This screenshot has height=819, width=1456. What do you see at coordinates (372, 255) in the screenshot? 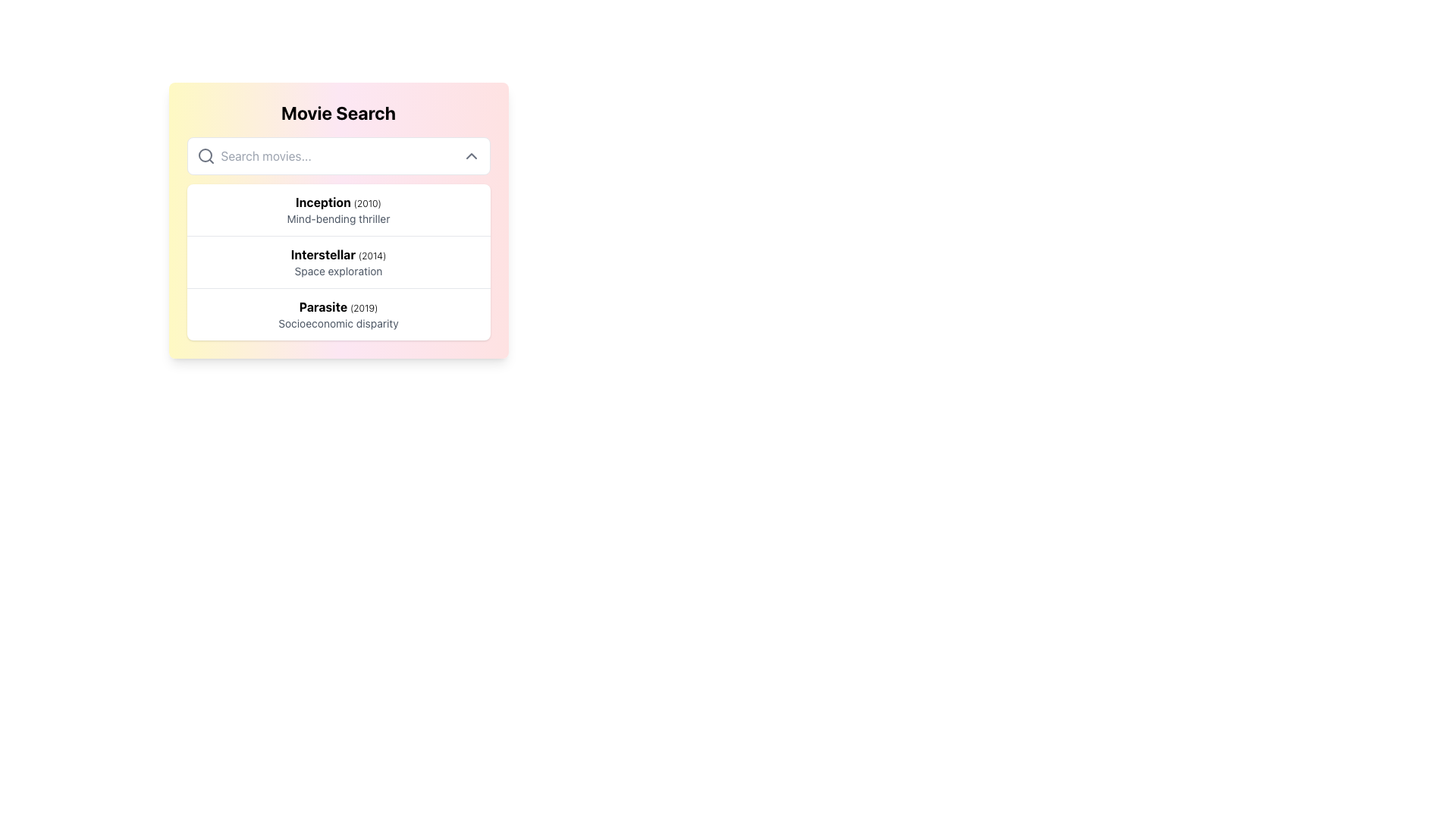
I see `the small text element displaying '(2014)' located to the right of the title 'Interstellar' in the second movie entry of the list under 'Movie Search'` at bounding box center [372, 255].